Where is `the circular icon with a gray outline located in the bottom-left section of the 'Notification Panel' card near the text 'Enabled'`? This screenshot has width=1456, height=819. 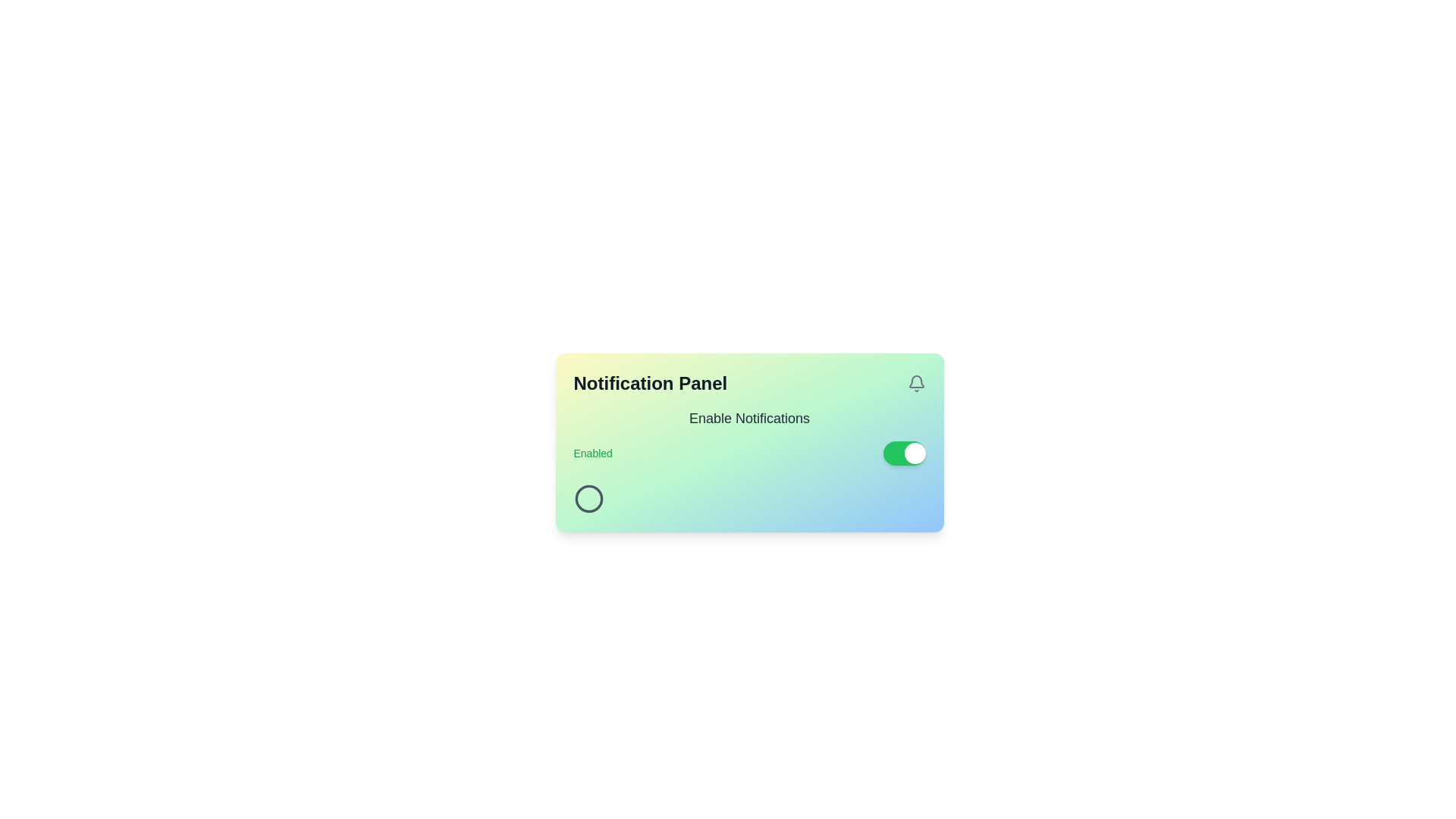
the circular icon with a gray outline located in the bottom-left section of the 'Notification Panel' card near the text 'Enabled' is located at coordinates (588, 499).